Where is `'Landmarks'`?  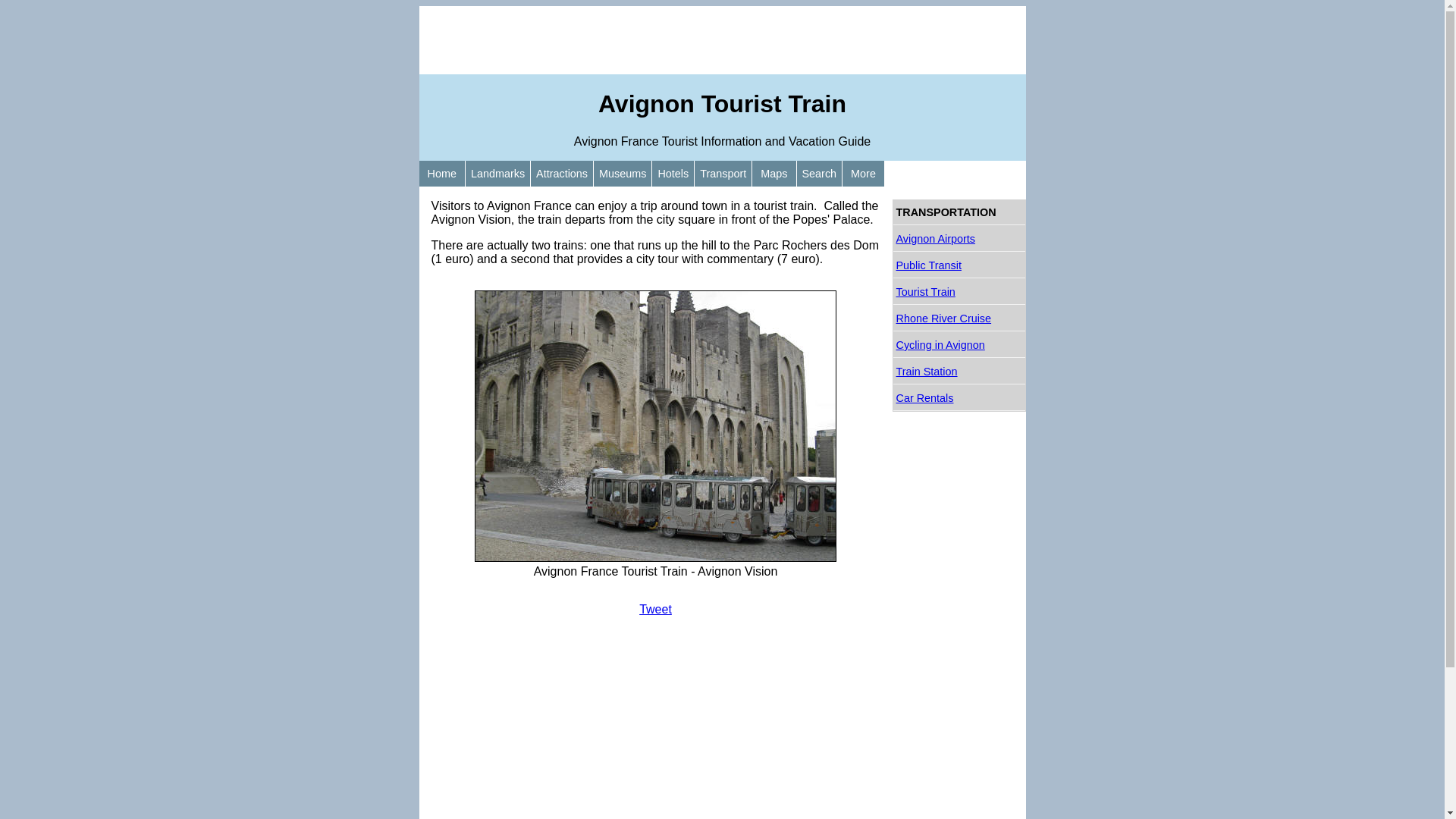
'Landmarks' is located at coordinates (497, 172).